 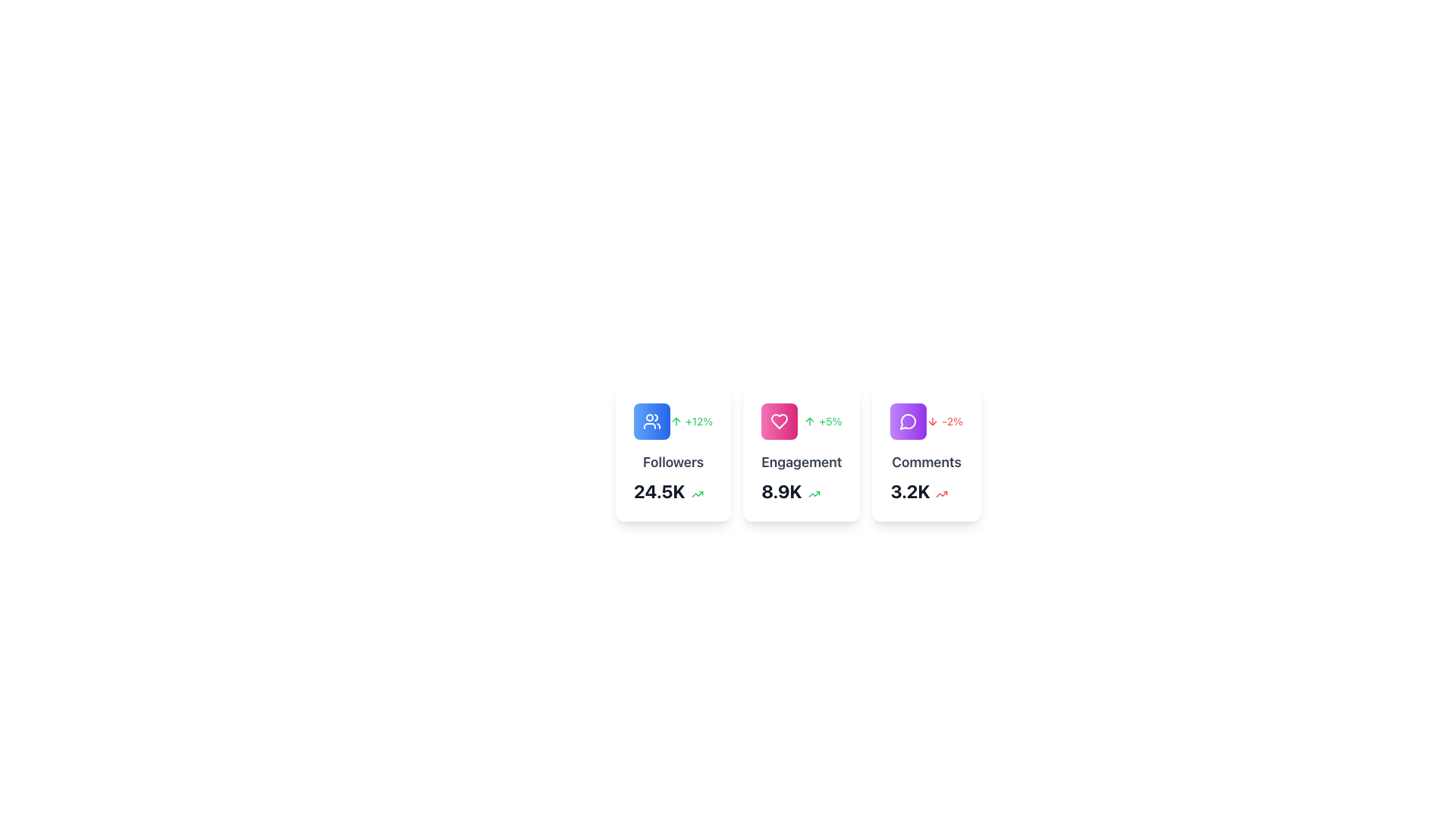 What do you see at coordinates (780, 421) in the screenshot?
I see `the heart icon located at the center of the 'Engagement' card, which features a white heart on a pink gradient background, as part of the card details` at bounding box center [780, 421].